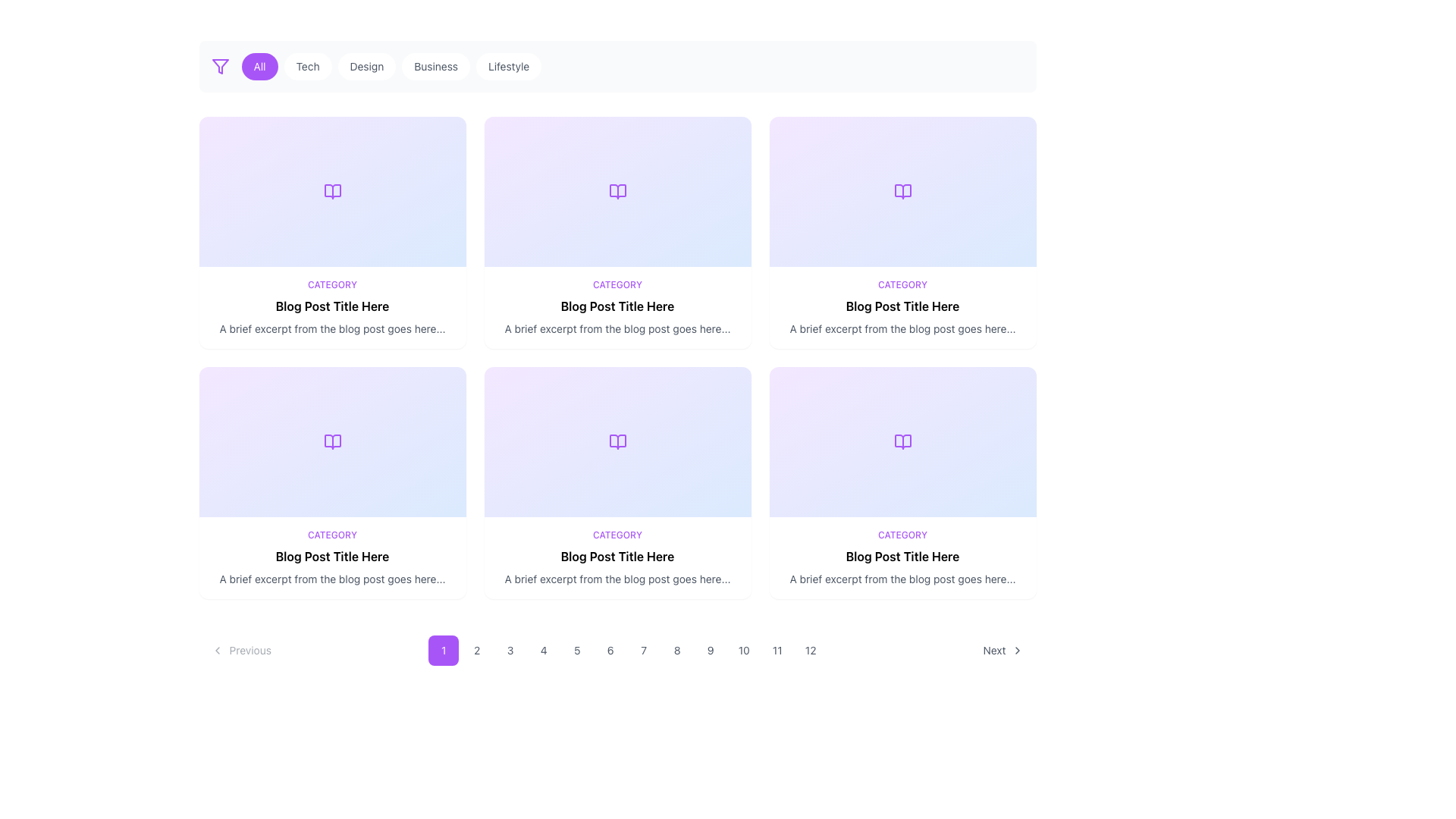 This screenshot has width=1456, height=819. I want to click on the stylized open book icon located at the center of the third card in the second row of a grid layout, so click(617, 441).